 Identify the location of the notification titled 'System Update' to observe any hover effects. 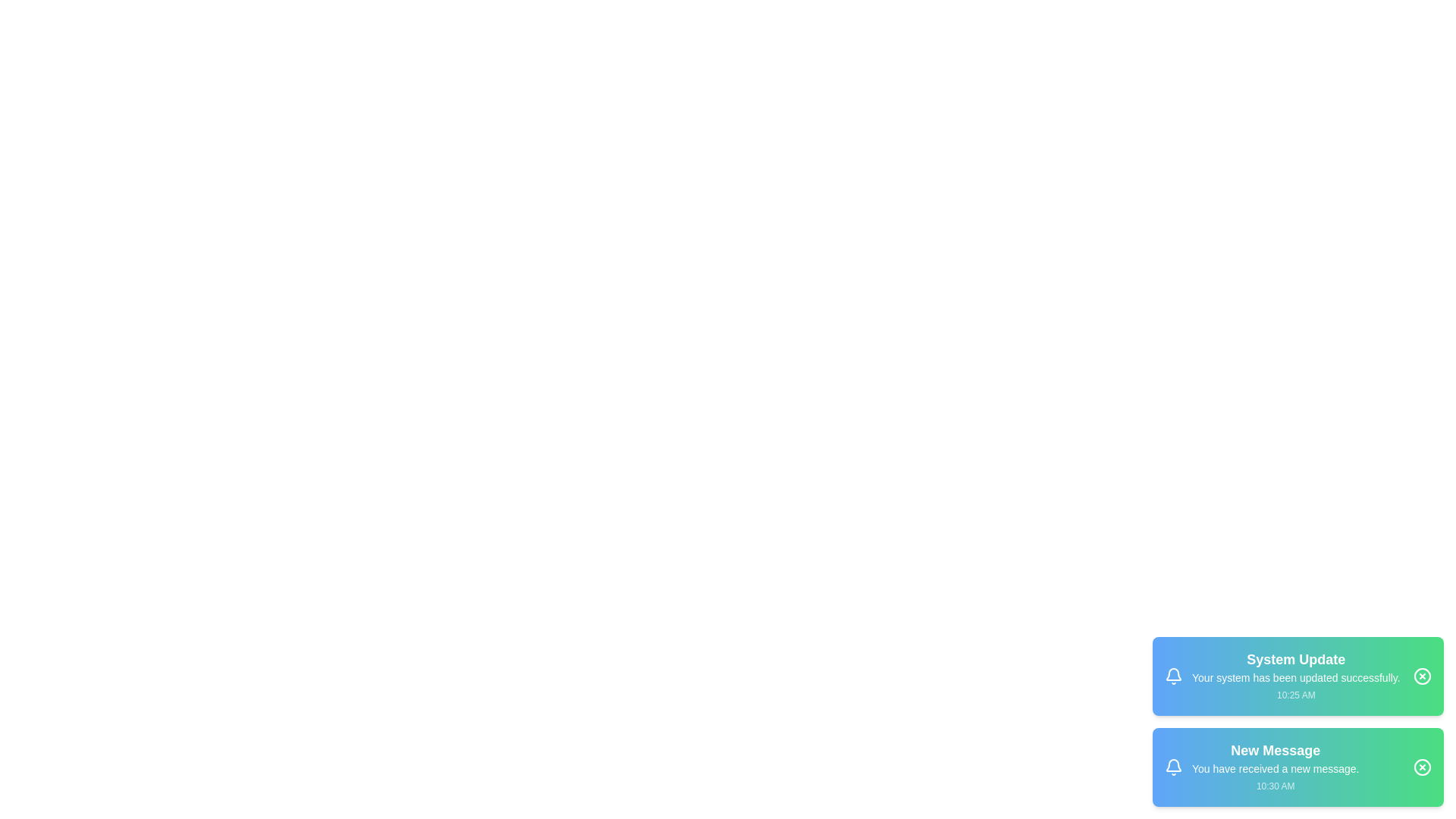
(1298, 675).